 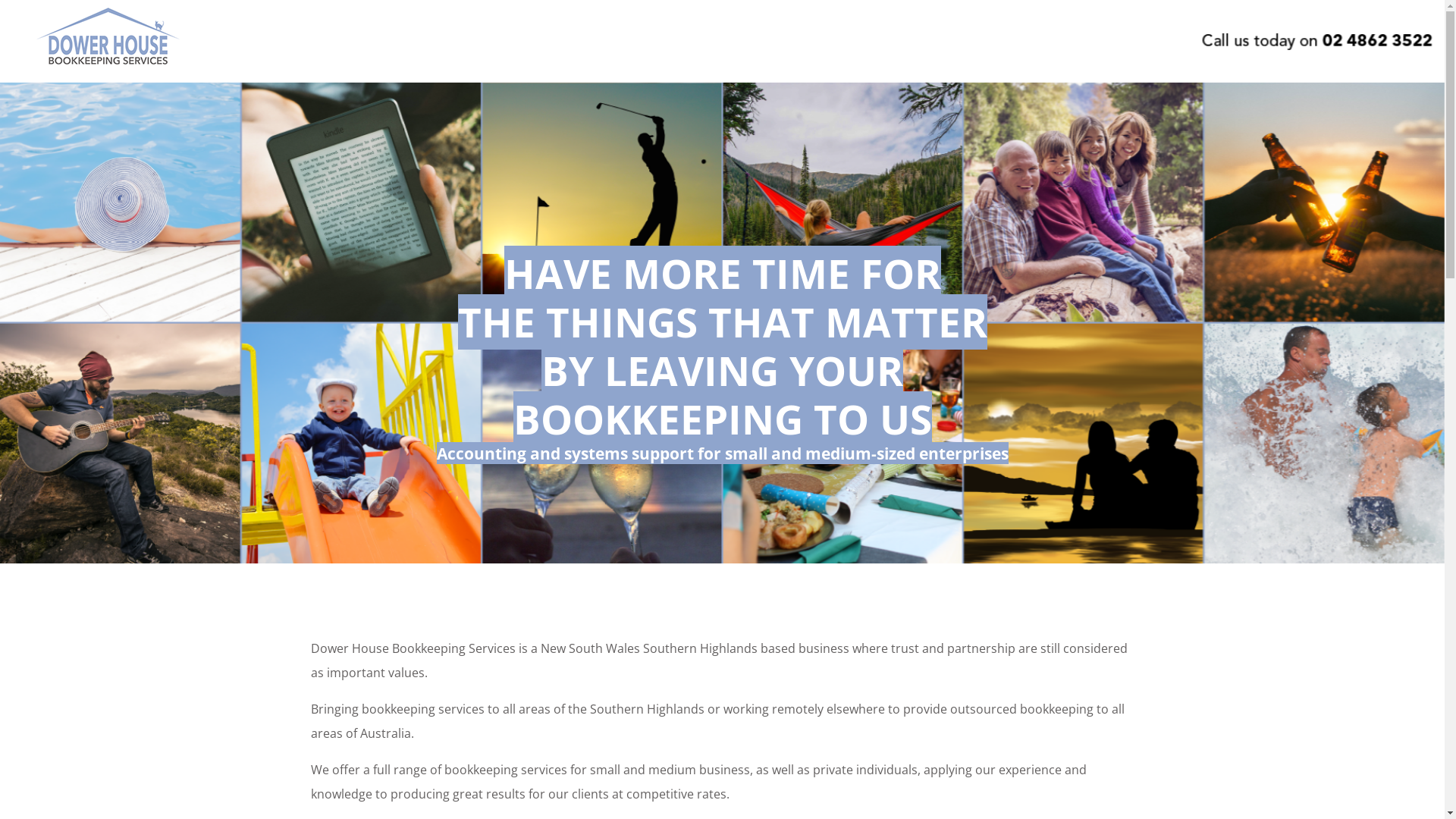 I want to click on 'Dower House Bookkeeping Services', so click(x=107, y=66).